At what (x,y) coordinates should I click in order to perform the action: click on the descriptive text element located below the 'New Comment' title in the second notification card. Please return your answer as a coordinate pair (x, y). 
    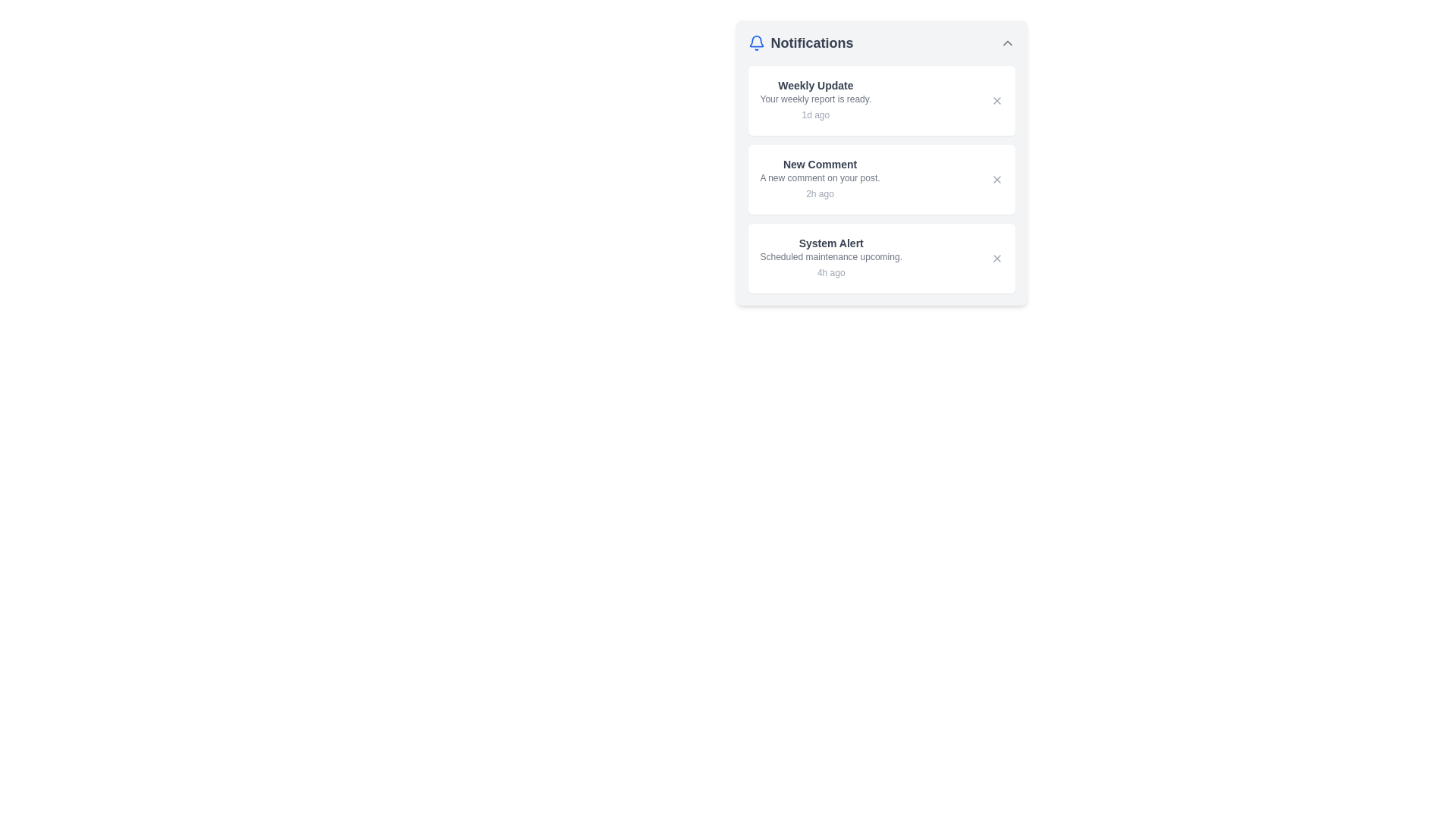
    Looking at the image, I should click on (819, 177).